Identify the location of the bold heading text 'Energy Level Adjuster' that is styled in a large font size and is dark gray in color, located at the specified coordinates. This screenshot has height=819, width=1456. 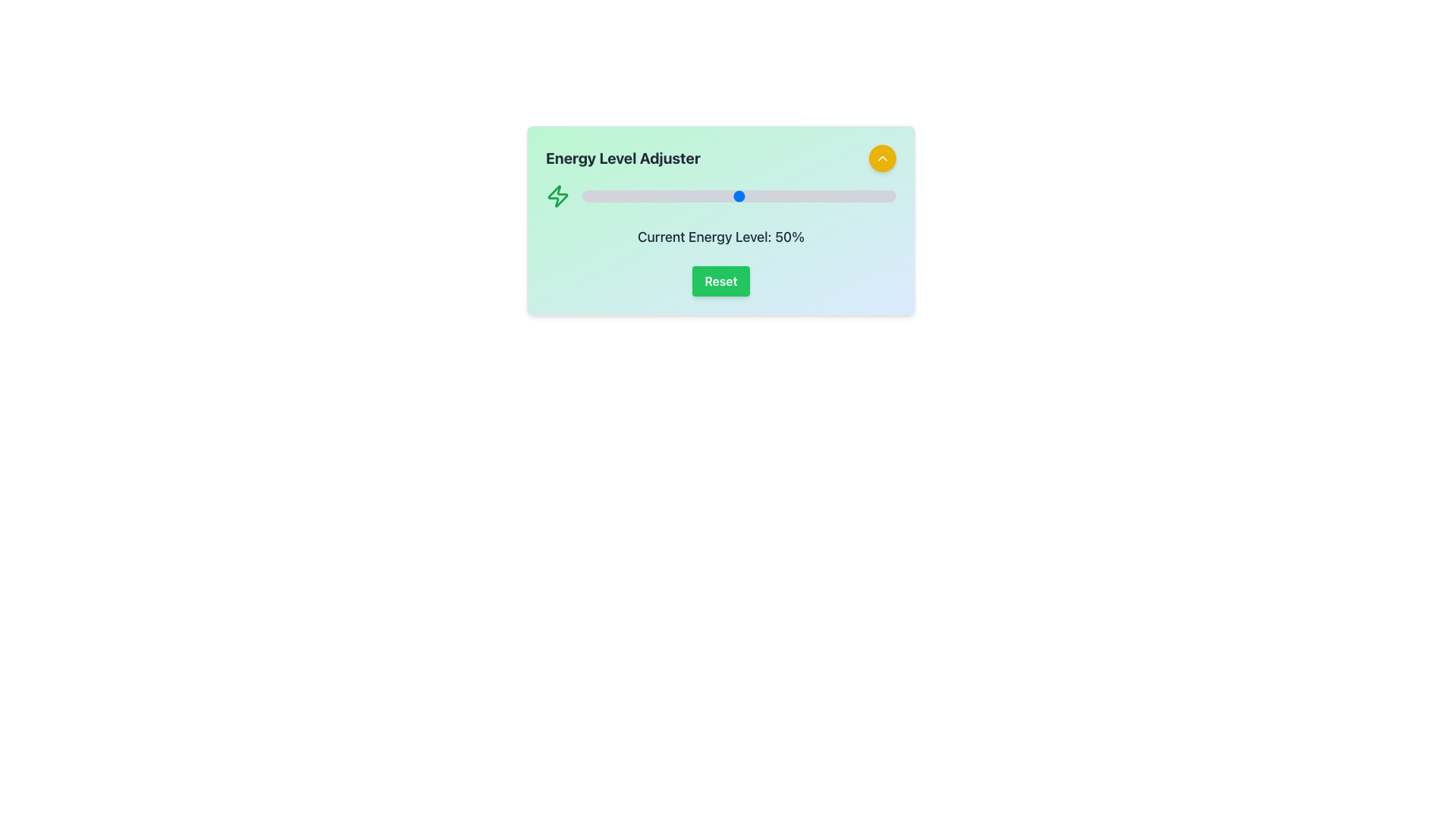
(623, 158).